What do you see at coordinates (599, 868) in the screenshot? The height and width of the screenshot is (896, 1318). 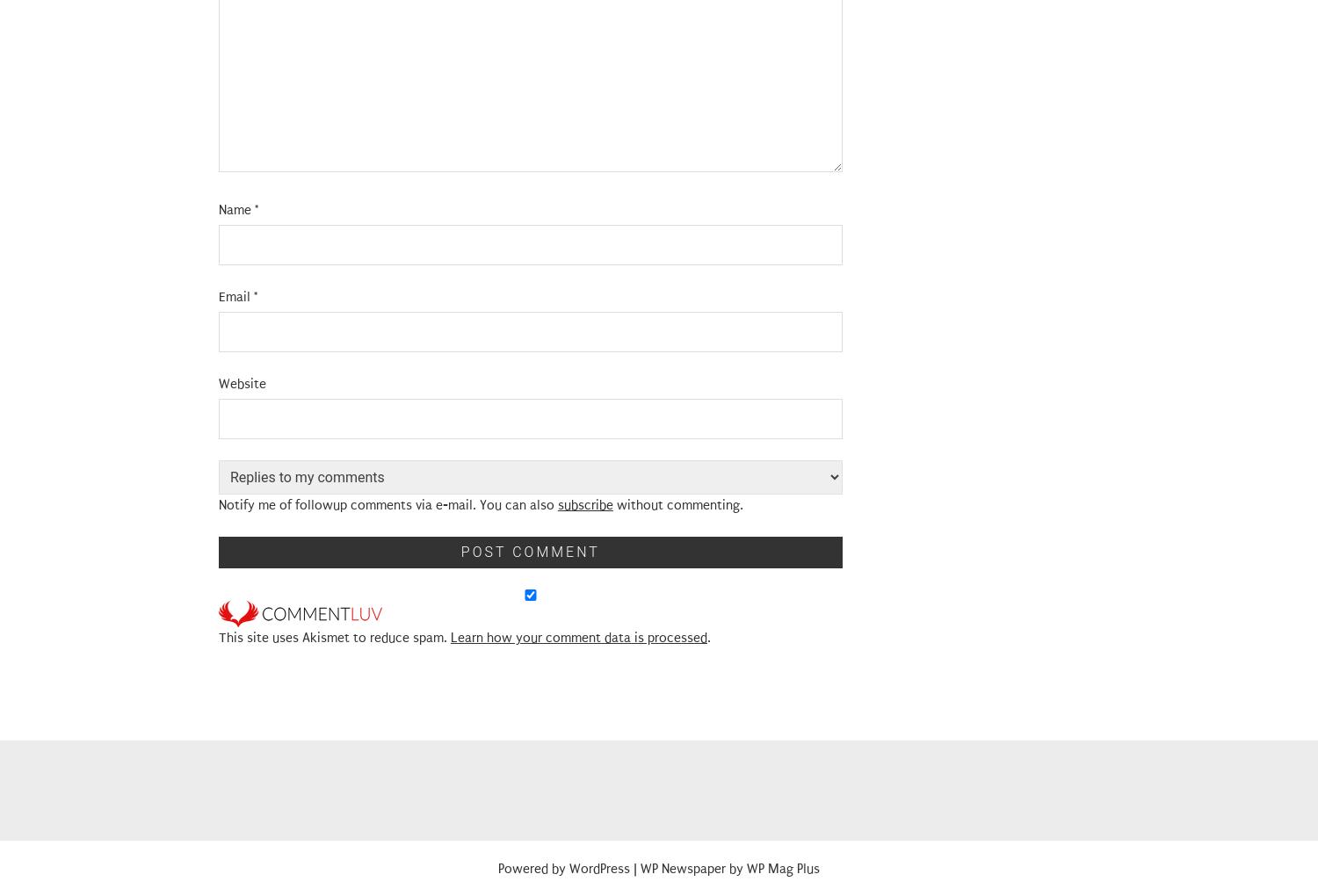 I see `'WordPress'` at bounding box center [599, 868].